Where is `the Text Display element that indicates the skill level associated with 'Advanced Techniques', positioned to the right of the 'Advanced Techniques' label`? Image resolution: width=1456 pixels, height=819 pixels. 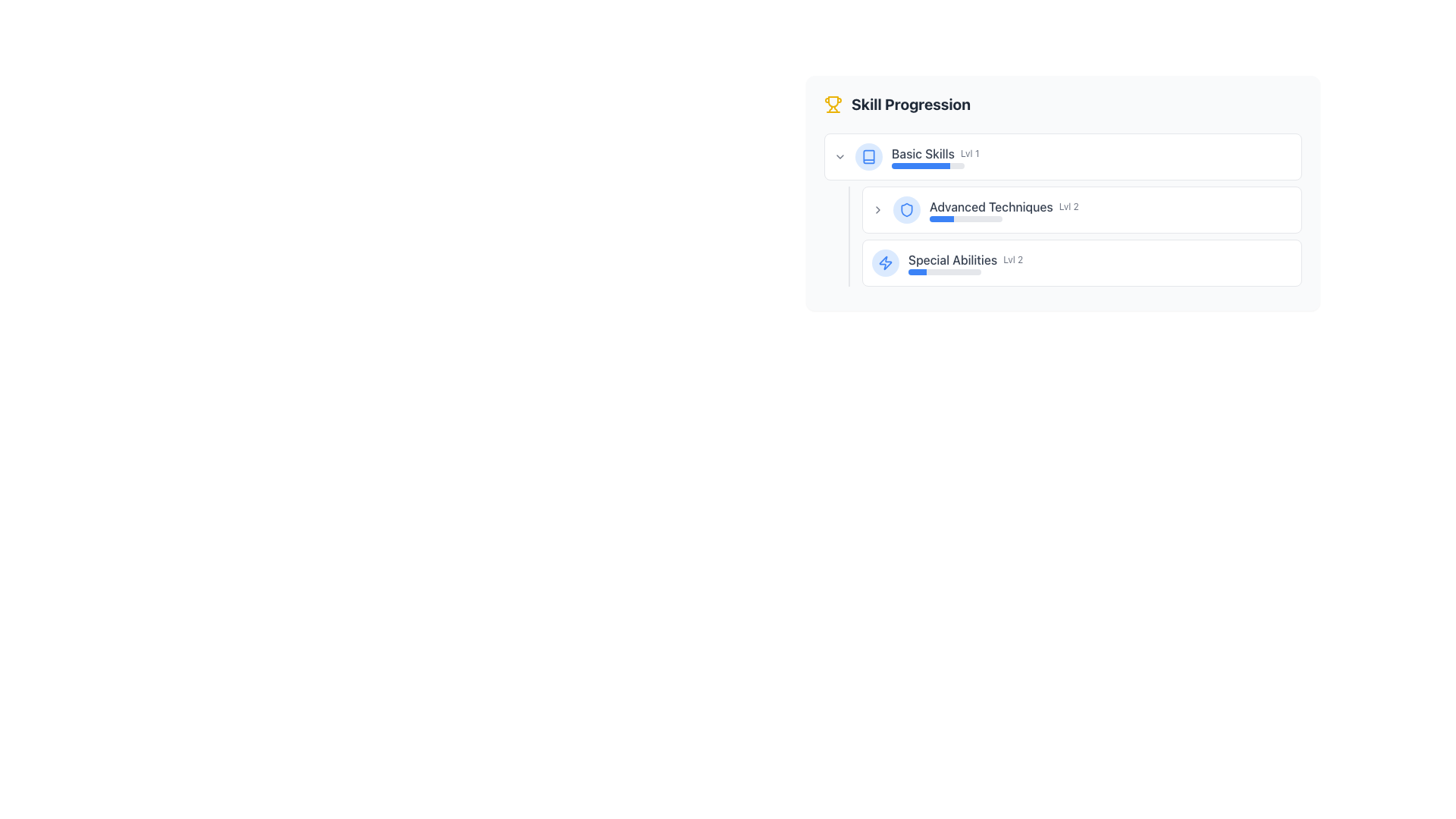 the Text Display element that indicates the skill level associated with 'Advanced Techniques', positioned to the right of the 'Advanced Techniques' label is located at coordinates (1068, 207).